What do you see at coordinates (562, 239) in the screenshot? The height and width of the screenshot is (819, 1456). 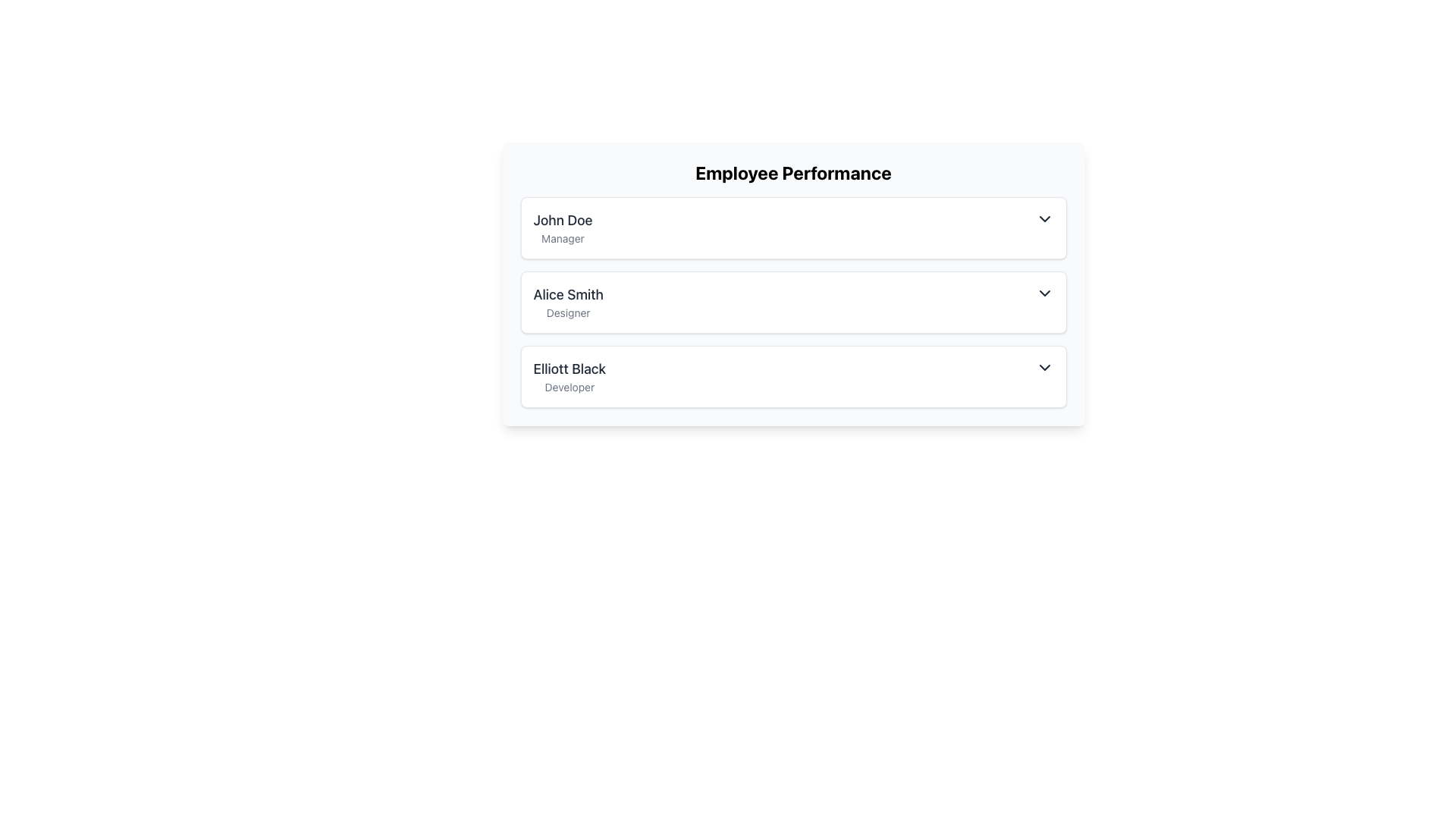 I see `information displayed in the text label that shows the word 'Manager' in gray color, positioned below the larger name text 'John Doe'` at bounding box center [562, 239].